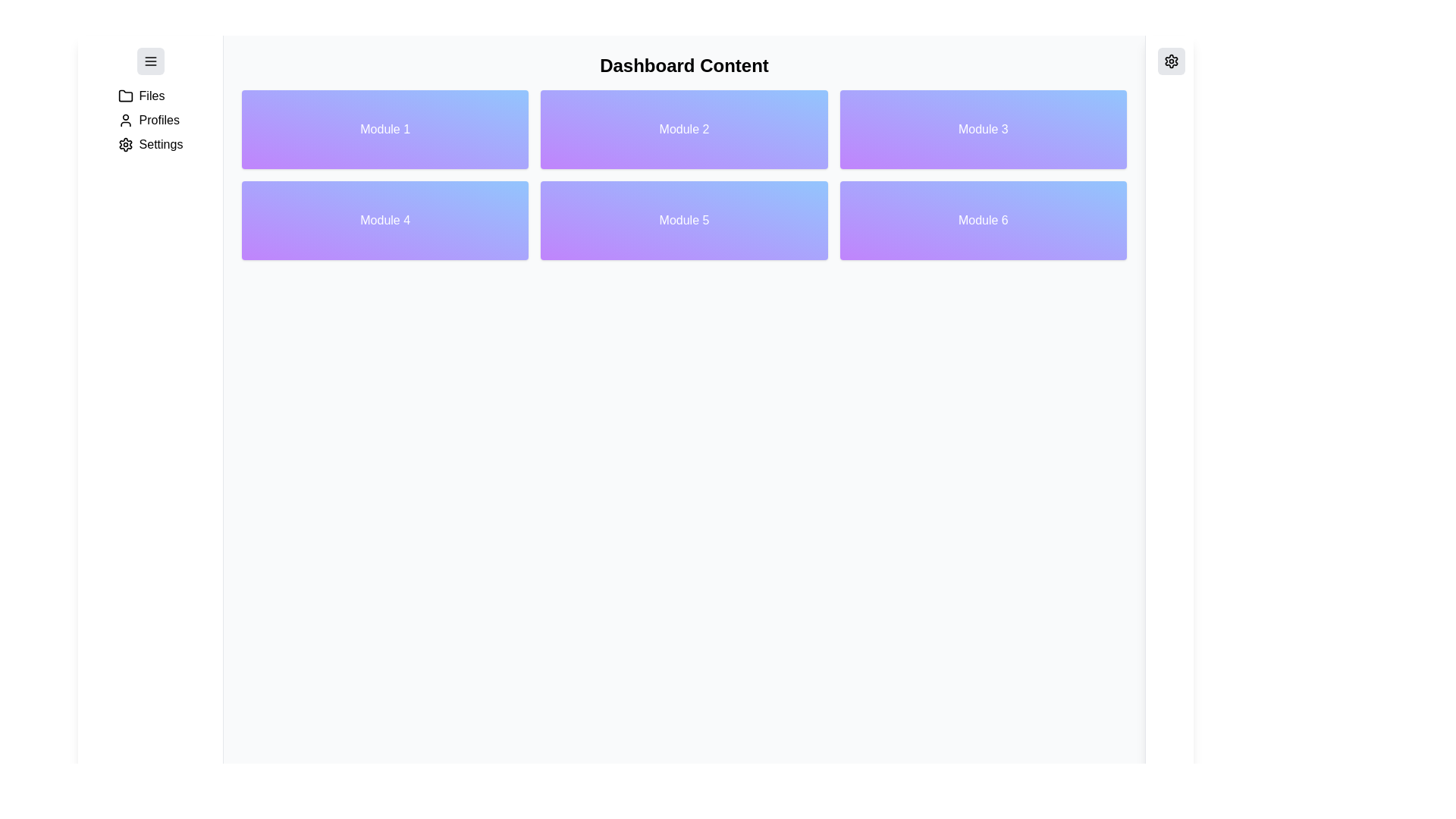 This screenshot has height=819, width=1456. Describe the element at coordinates (683, 128) in the screenshot. I see `the 'Module 2' button, which is a rectangle with a gradient background from purple to blue, featuring white bold text centered within it` at that location.